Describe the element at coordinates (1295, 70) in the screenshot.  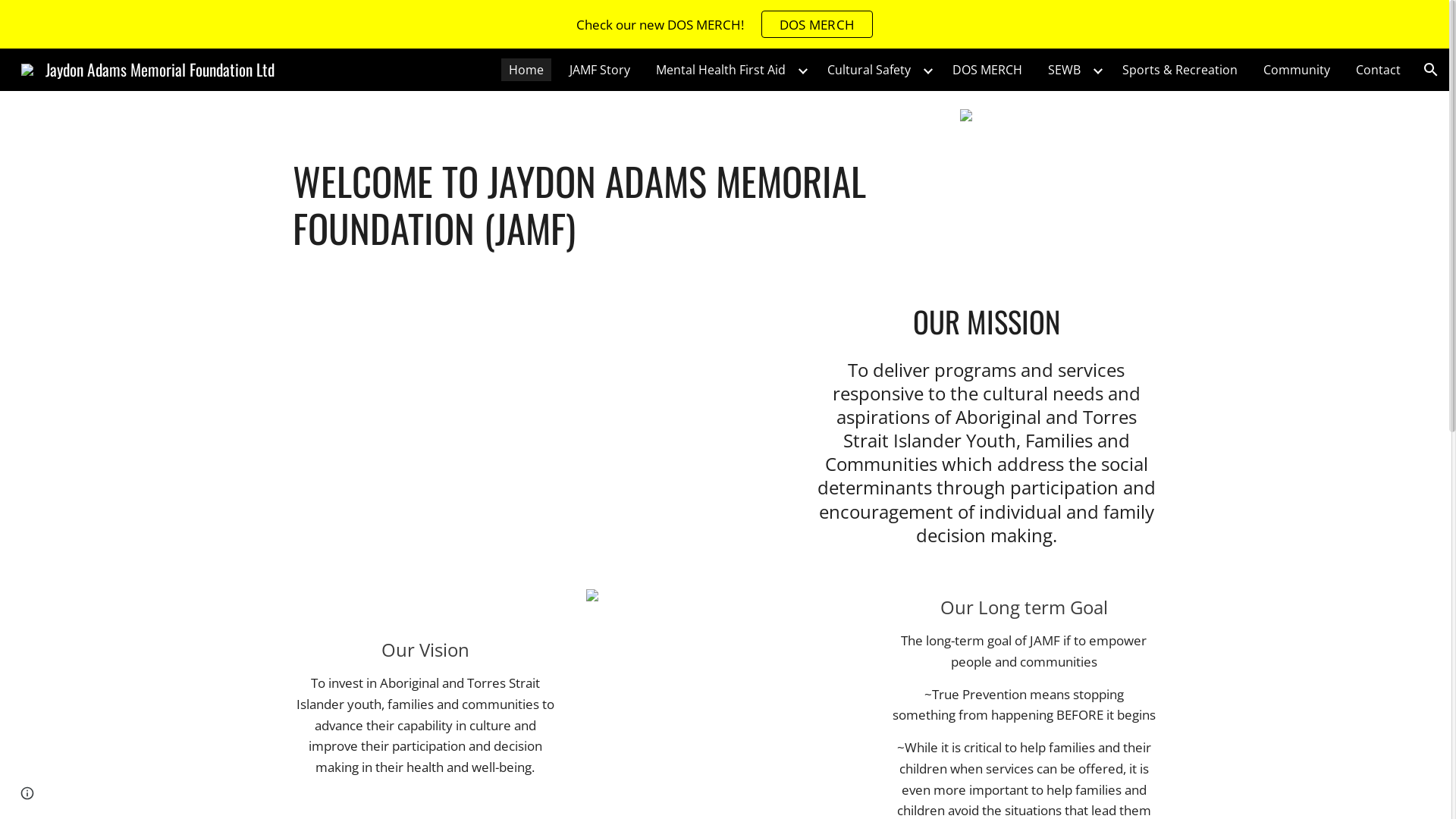
I see `'Community'` at that location.